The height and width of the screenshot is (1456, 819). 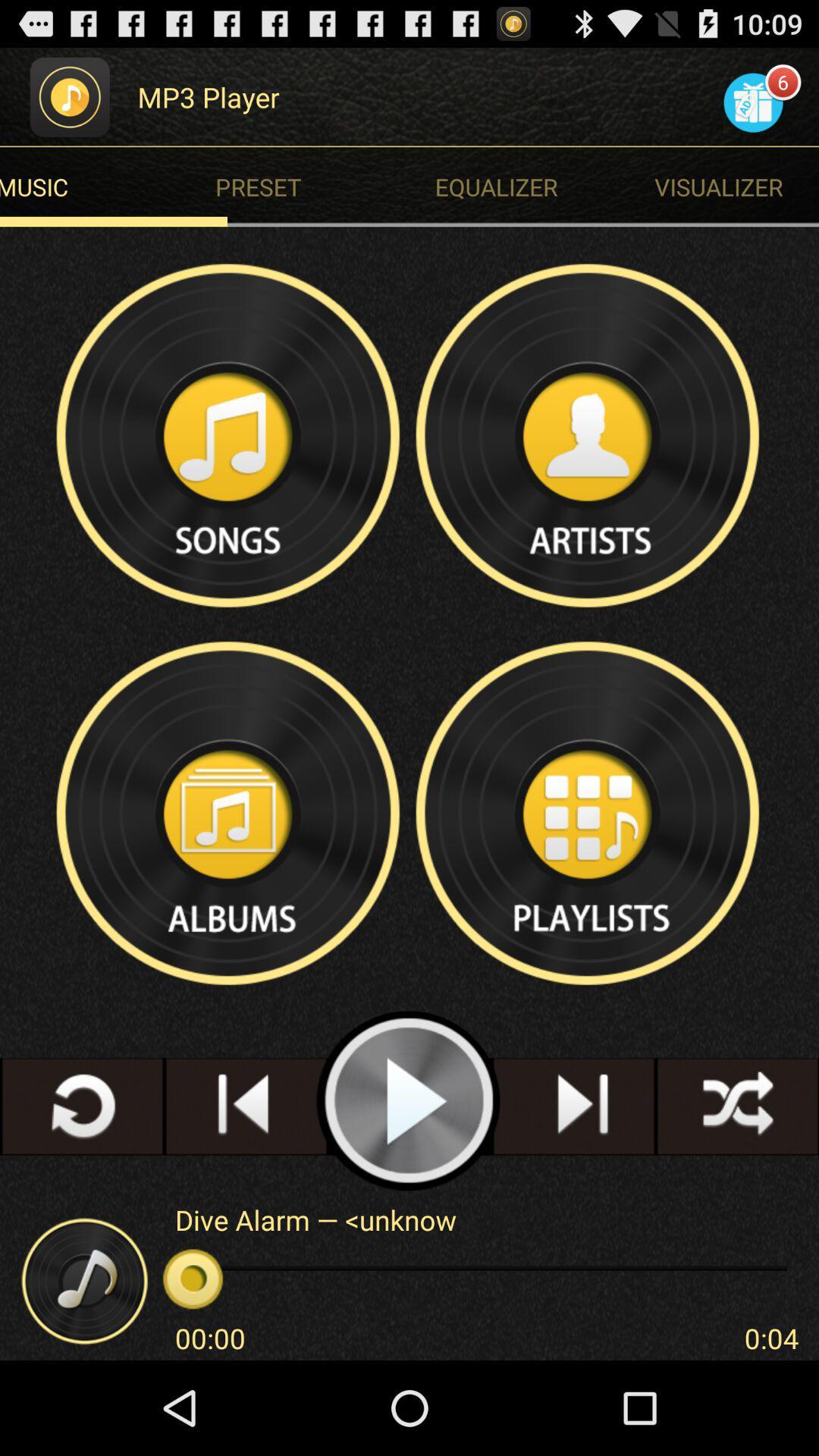 I want to click on playback, so click(x=408, y=1101).